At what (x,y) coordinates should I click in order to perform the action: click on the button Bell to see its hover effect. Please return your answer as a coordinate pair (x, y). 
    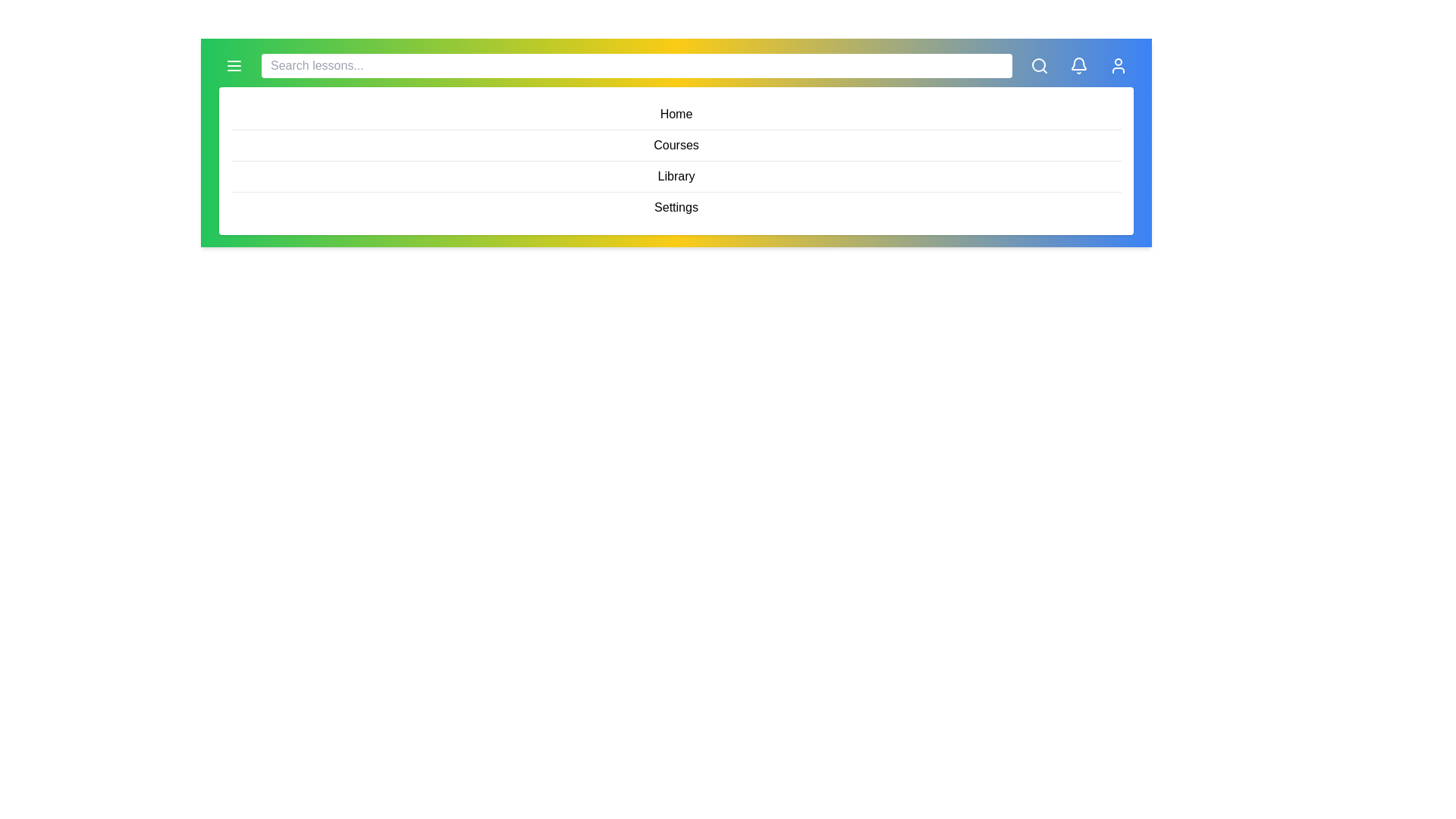
    Looking at the image, I should click on (1078, 65).